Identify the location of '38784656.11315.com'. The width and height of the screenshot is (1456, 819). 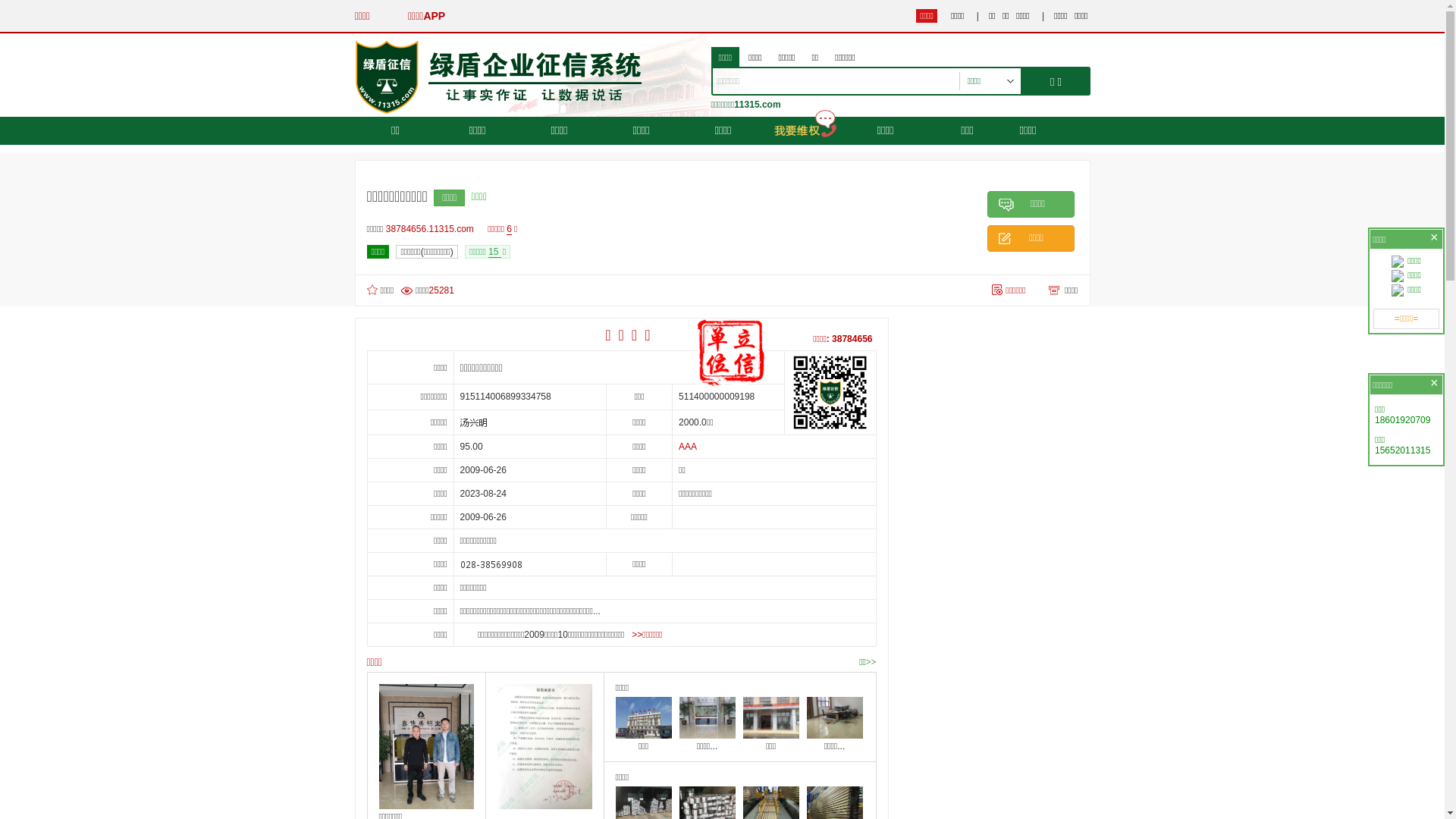
(432, 228).